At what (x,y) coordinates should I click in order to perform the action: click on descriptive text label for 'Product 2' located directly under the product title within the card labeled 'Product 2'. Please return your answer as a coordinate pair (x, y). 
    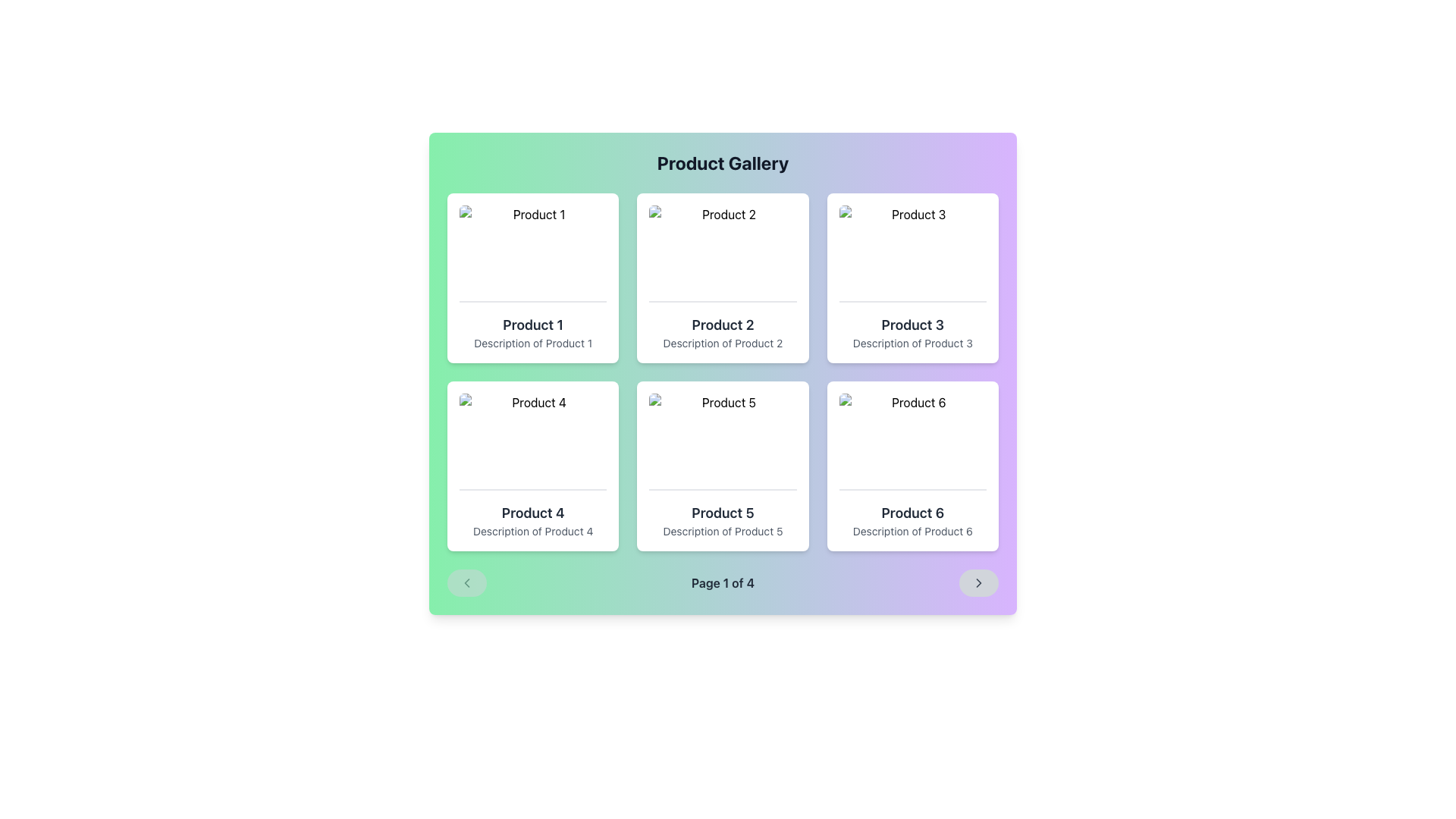
    Looking at the image, I should click on (722, 343).